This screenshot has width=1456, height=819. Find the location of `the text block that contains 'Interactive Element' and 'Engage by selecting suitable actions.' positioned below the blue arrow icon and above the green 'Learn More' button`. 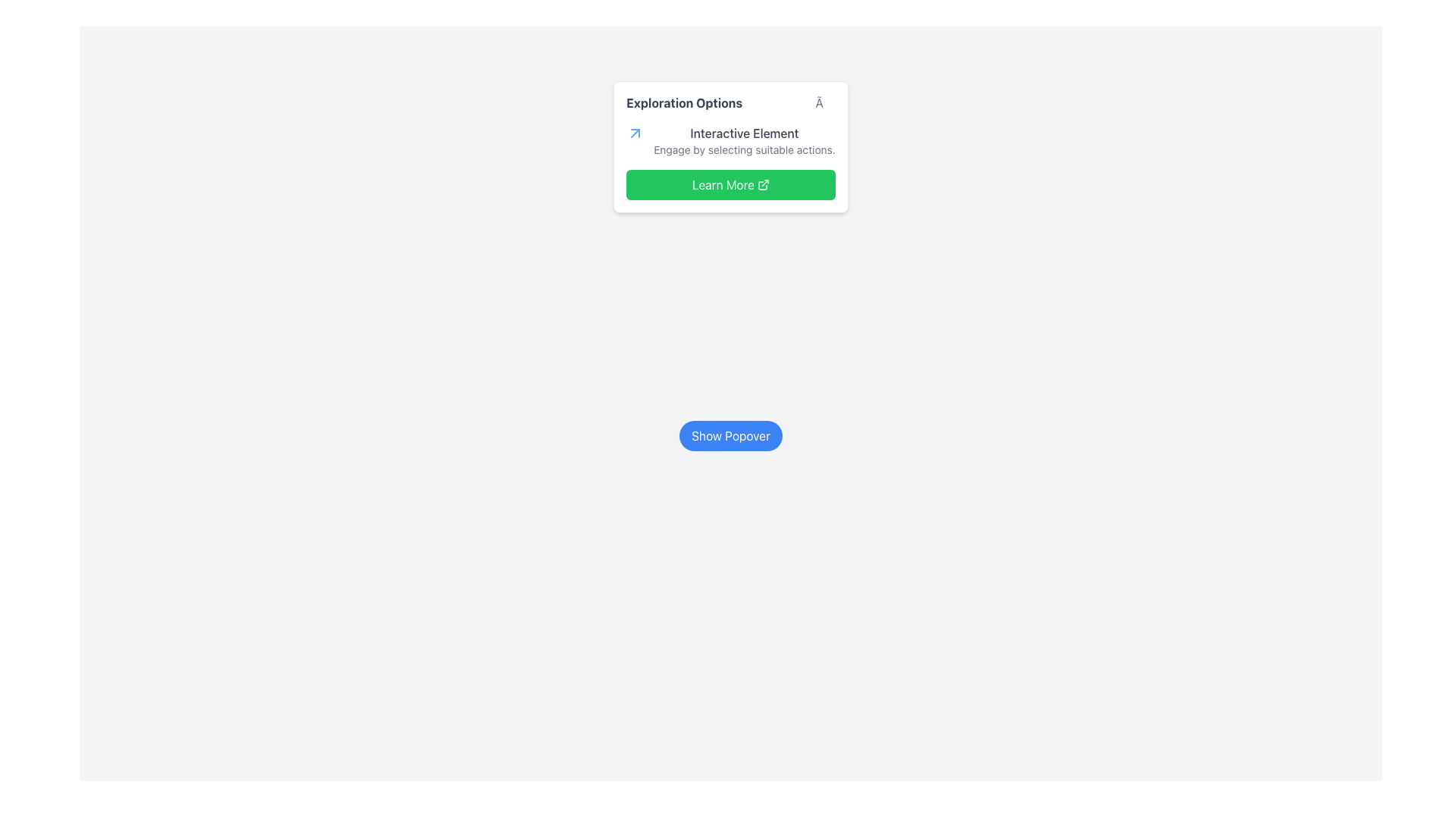

the text block that contains 'Interactive Element' and 'Engage by selecting suitable actions.' positioned below the blue arrow icon and above the green 'Learn More' button is located at coordinates (745, 140).